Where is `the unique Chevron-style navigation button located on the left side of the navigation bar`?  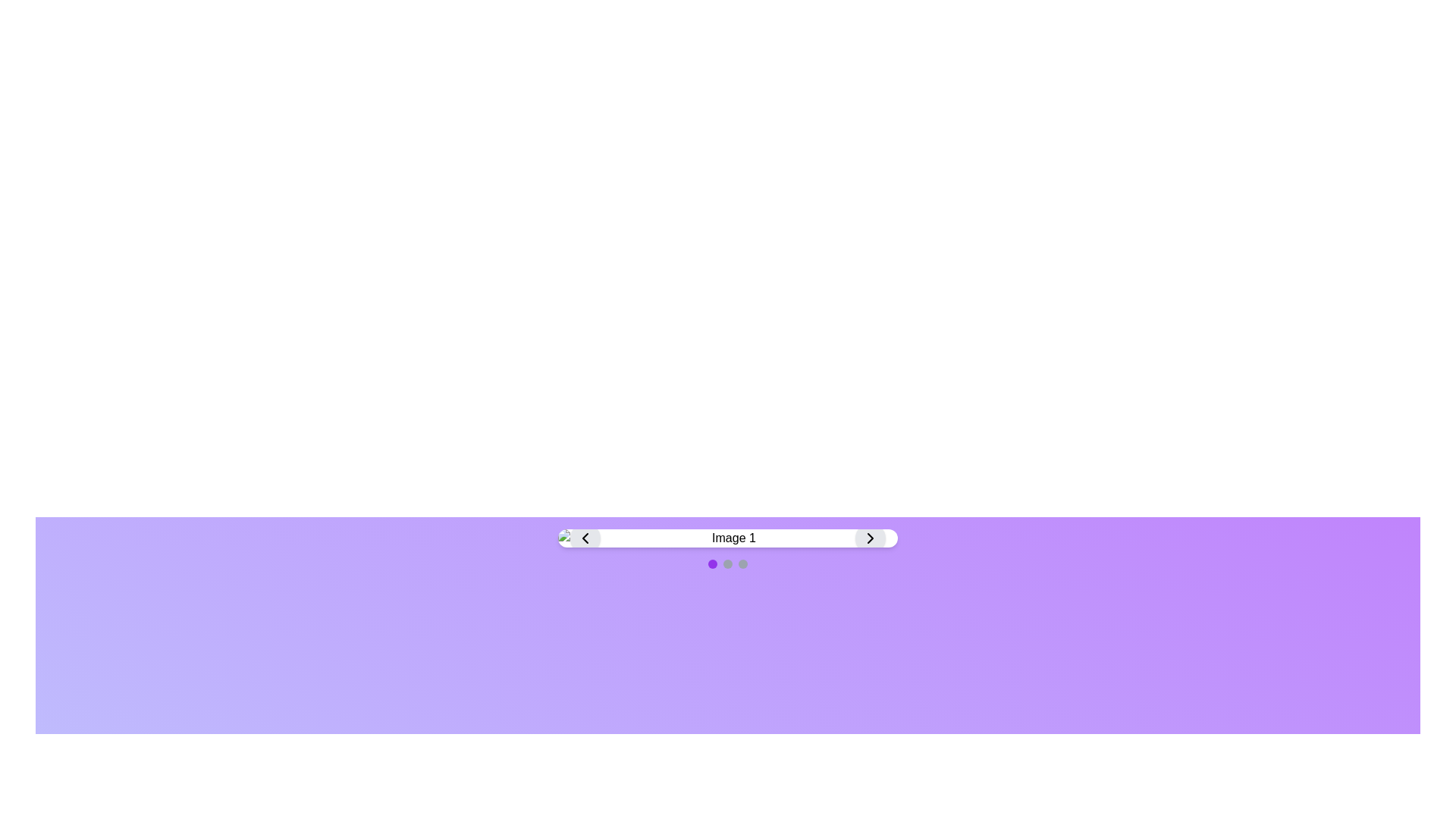 the unique Chevron-style navigation button located on the left side of the navigation bar is located at coordinates (585, 537).